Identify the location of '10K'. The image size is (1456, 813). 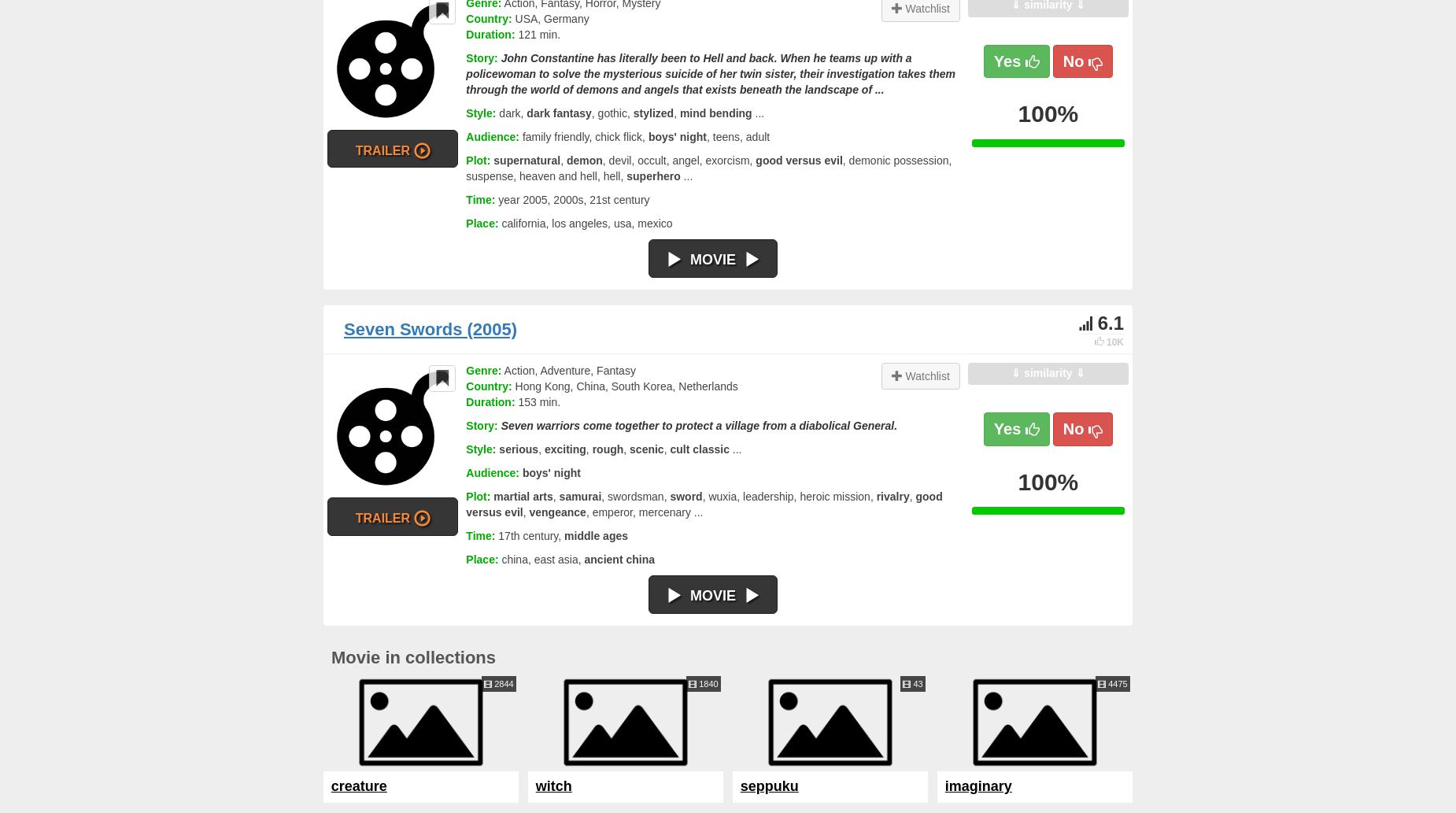
(1106, 341).